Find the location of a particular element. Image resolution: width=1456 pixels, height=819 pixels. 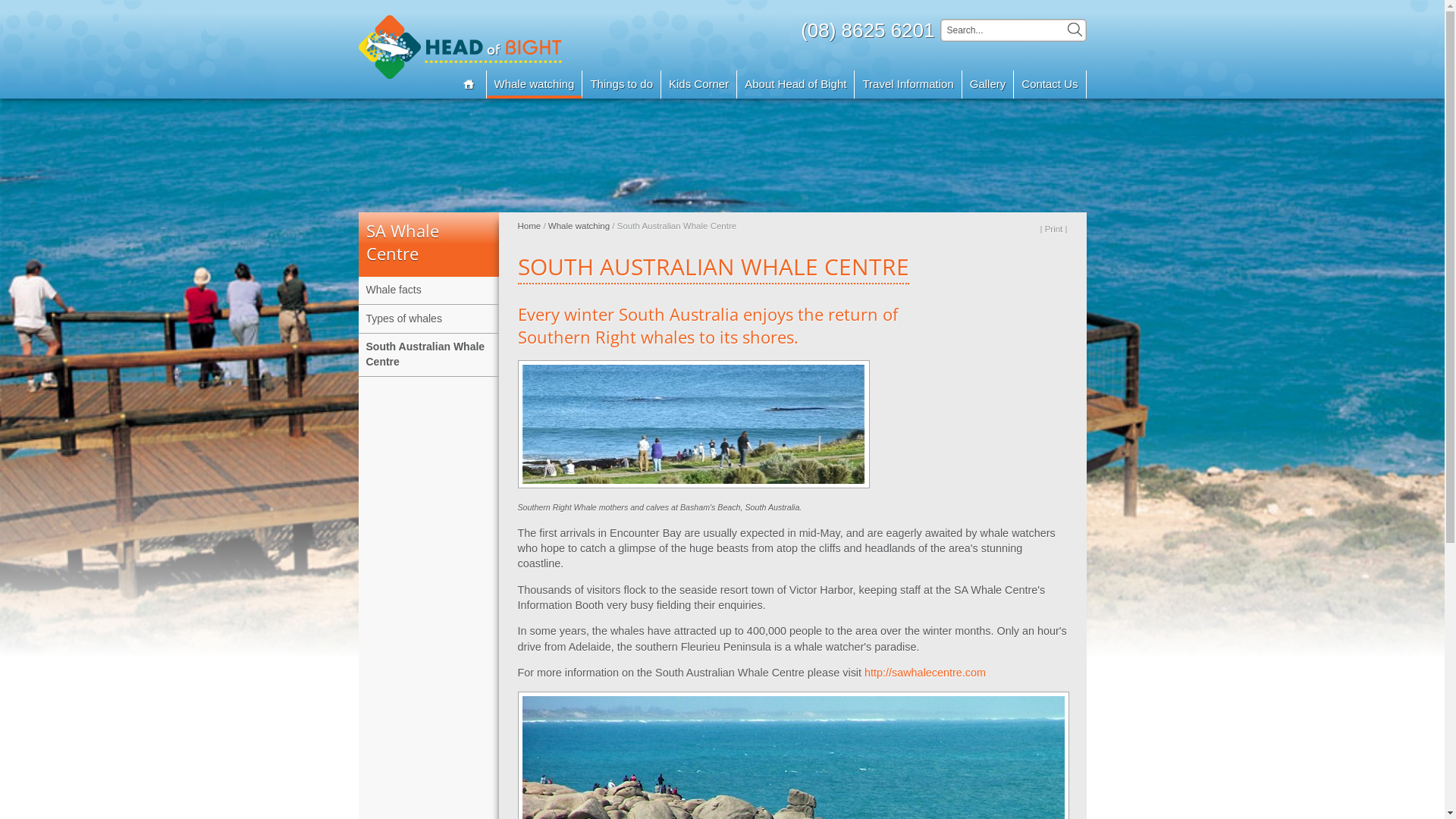

'Things to do' is located at coordinates (622, 84).